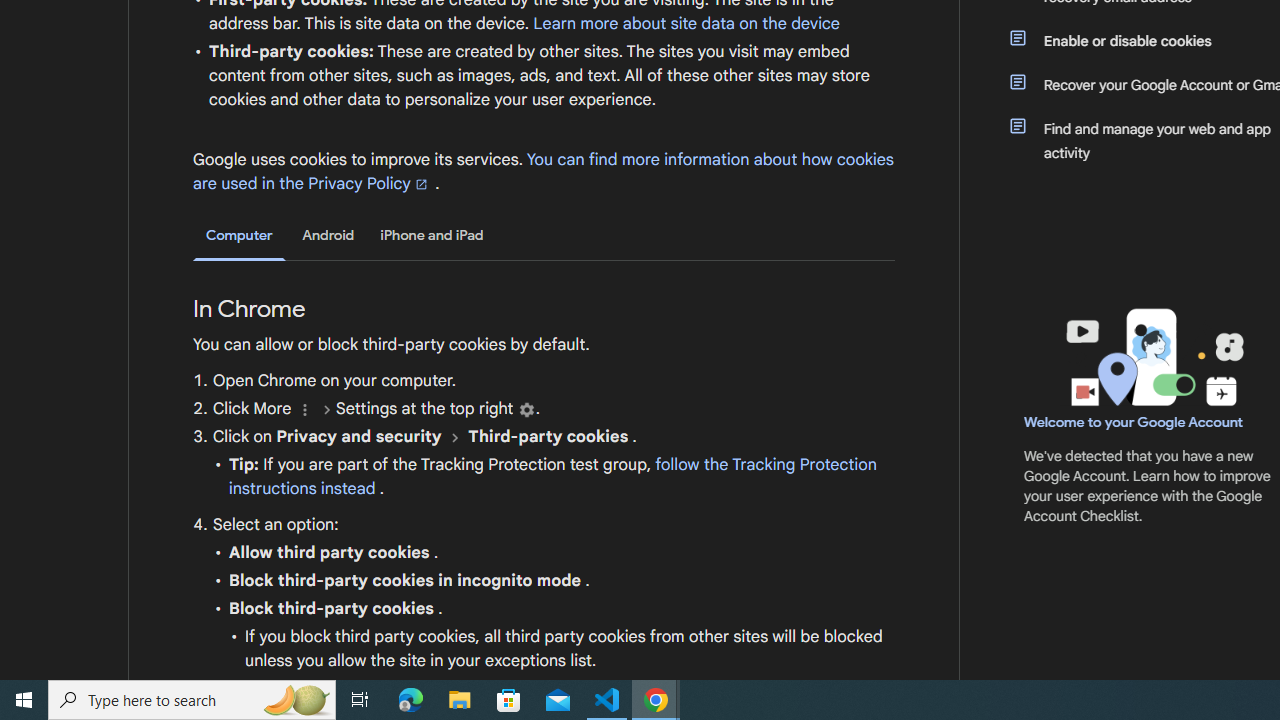 The height and width of the screenshot is (720, 1280). Describe the element at coordinates (552, 477) in the screenshot. I see `'follow the Tracking Protection instructions instead'` at that location.